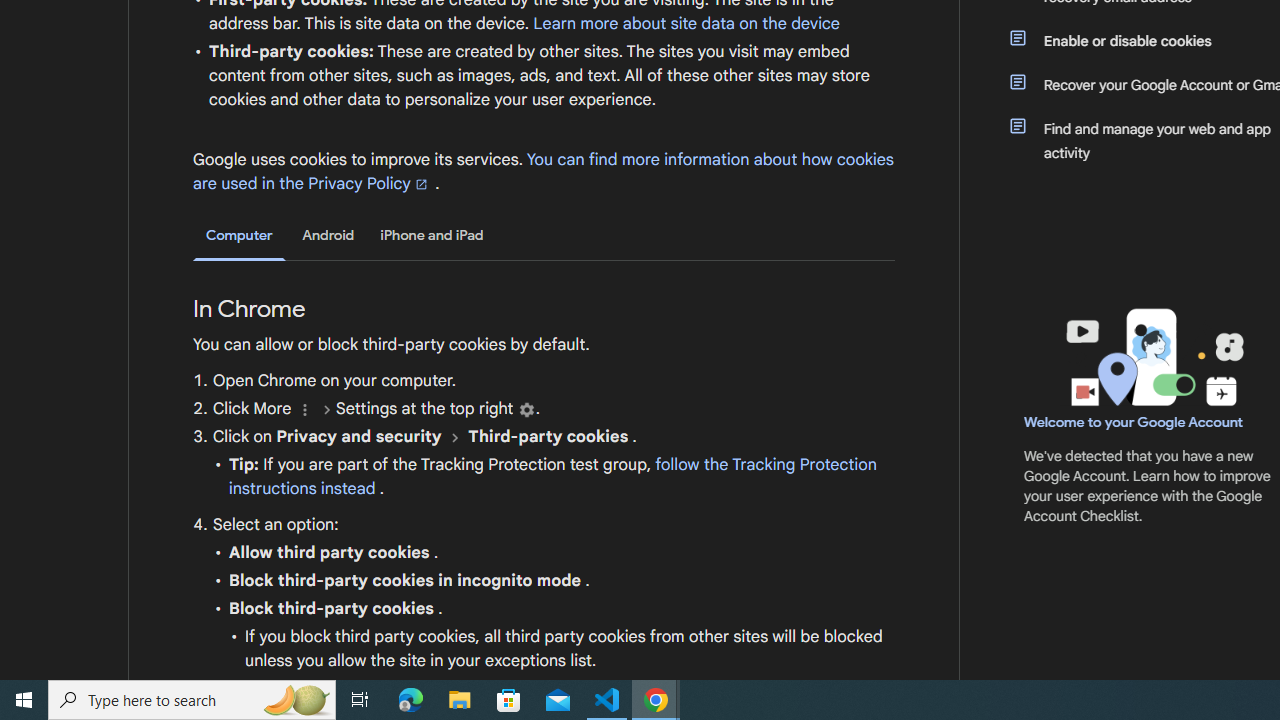 The height and width of the screenshot is (720, 1280). Describe the element at coordinates (552, 477) in the screenshot. I see `'follow the Tracking Protection instructions instead'` at that location.